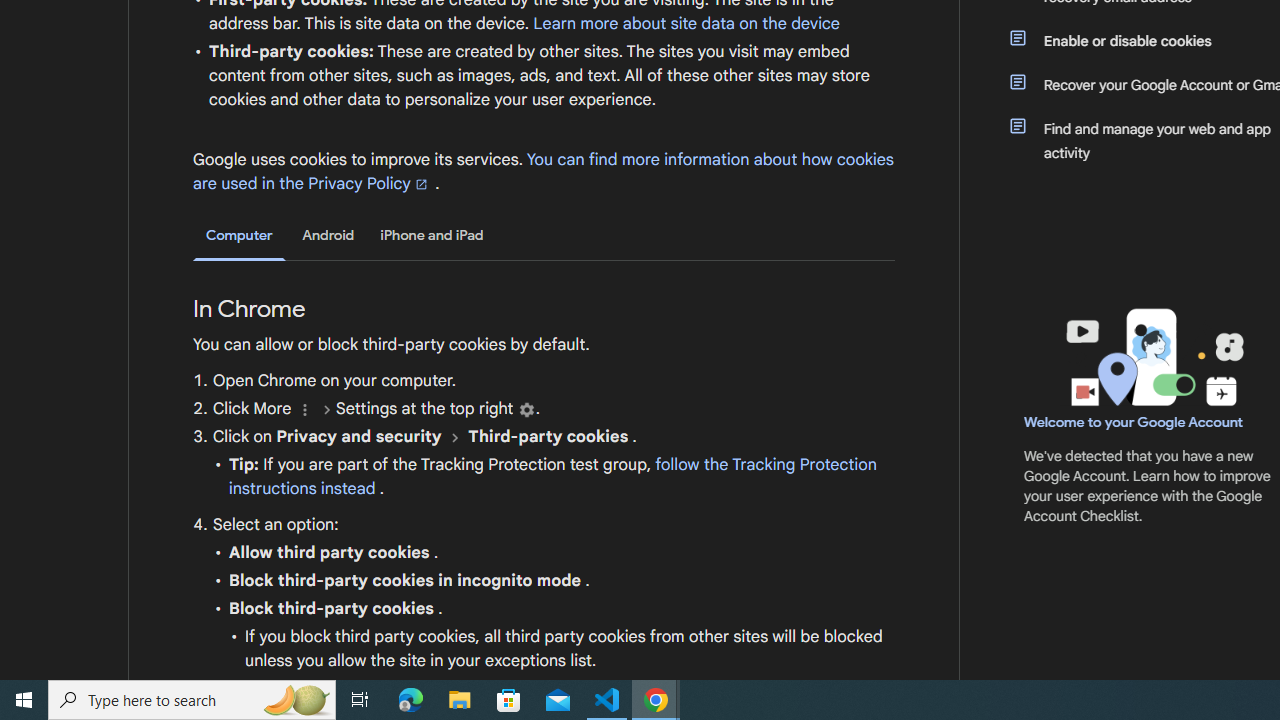 The height and width of the screenshot is (720, 1280). Describe the element at coordinates (552, 477) in the screenshot. I see `'follow the Tracking Protection instructions instead'` at that location.